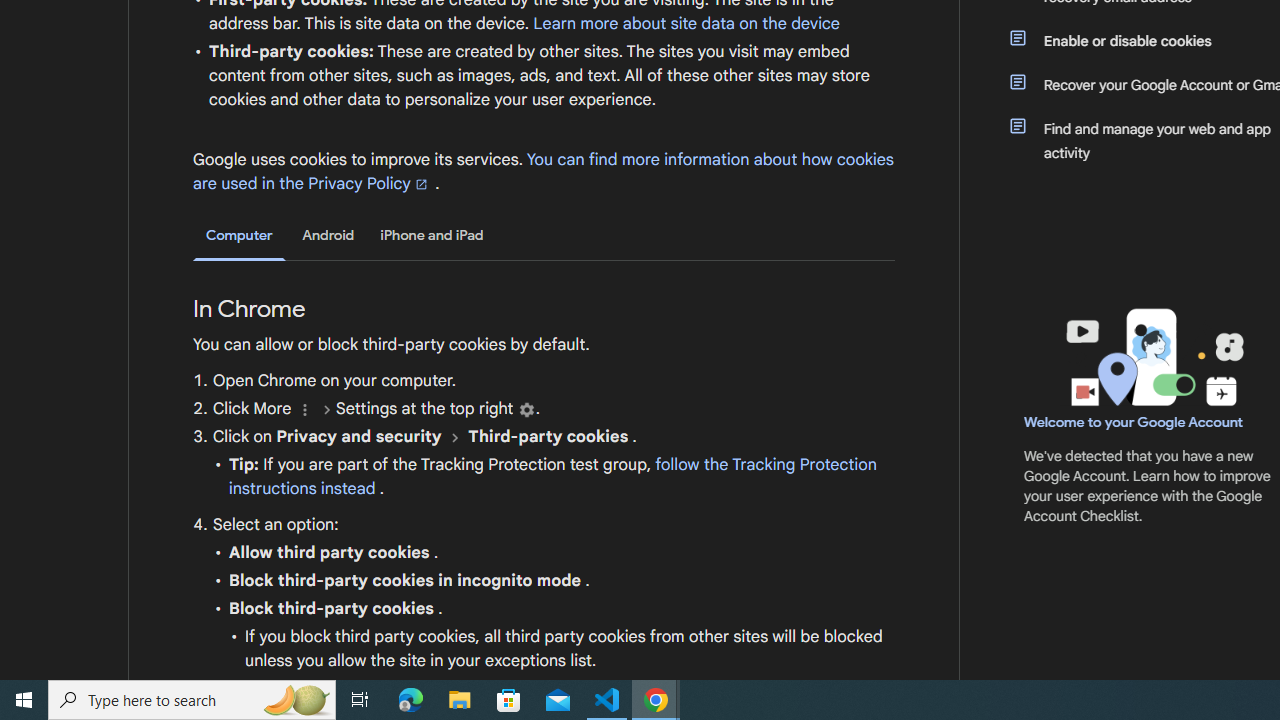 The height and width of the screenshot is (720, 1280). Describe the element at coordinates (552, 477) in the screenshot. I see `'follow the Tracking Protection instructions instead'` at that location.